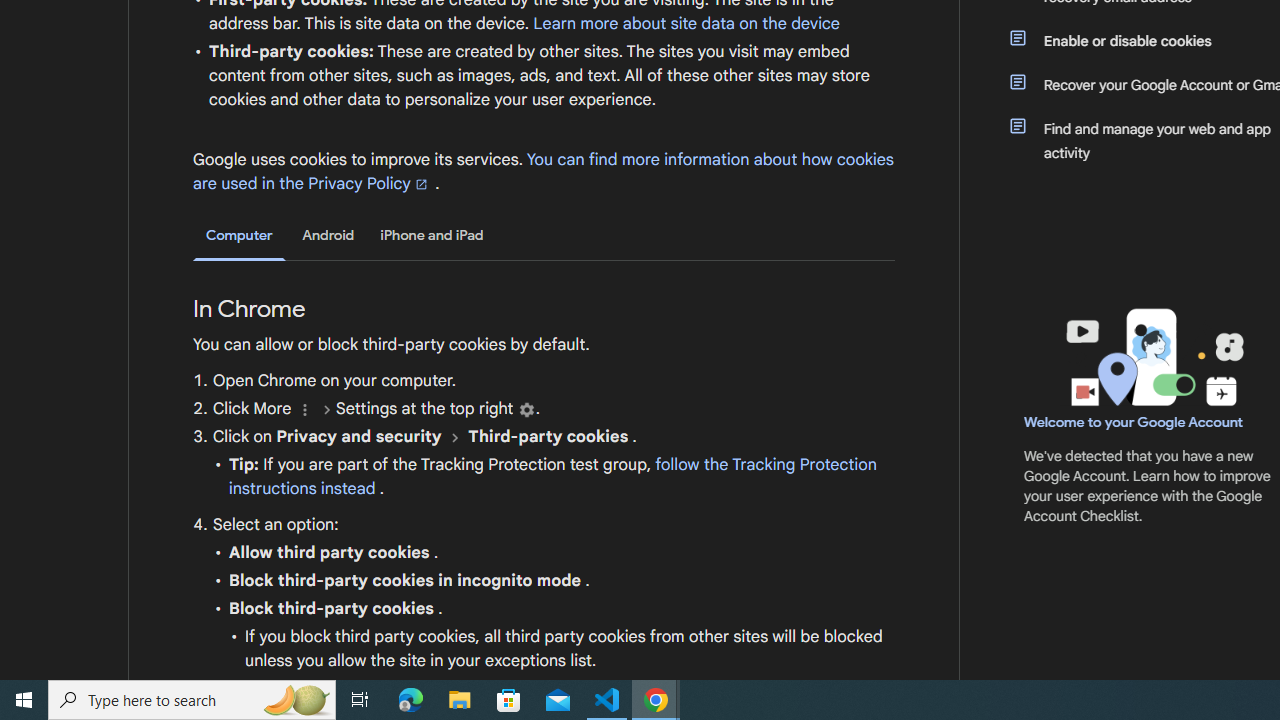 The height and width of the screenshot is (720, 1280). Describe the element at coordinates (552, 477) in the screenshot. I see `'follow the Tracking Protection instructions instead'` at that location.